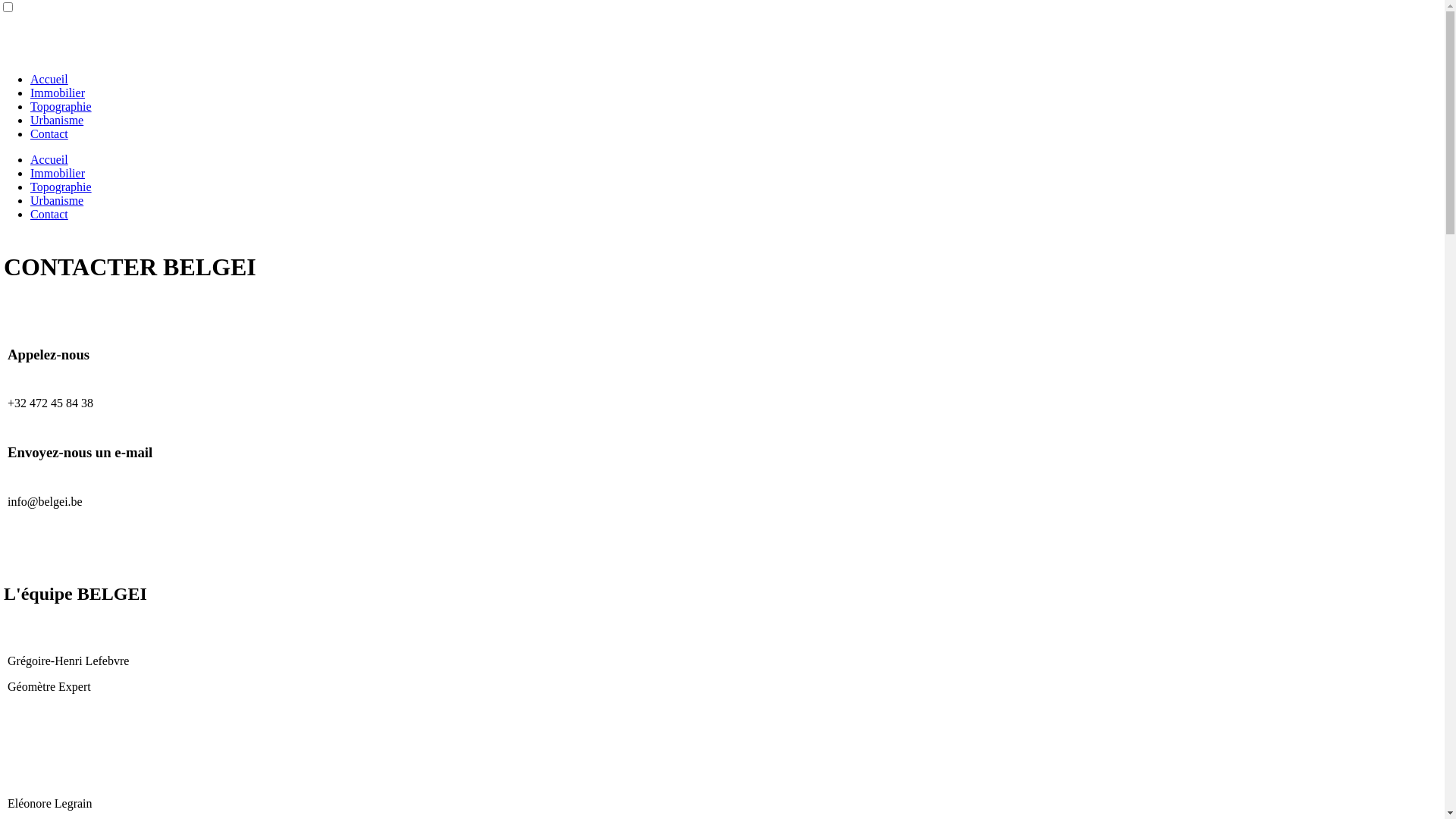  What do you see at coordinates (58, 172) in the screenshot?
I see `'Immobilier'` at bounding box center [58, 172].